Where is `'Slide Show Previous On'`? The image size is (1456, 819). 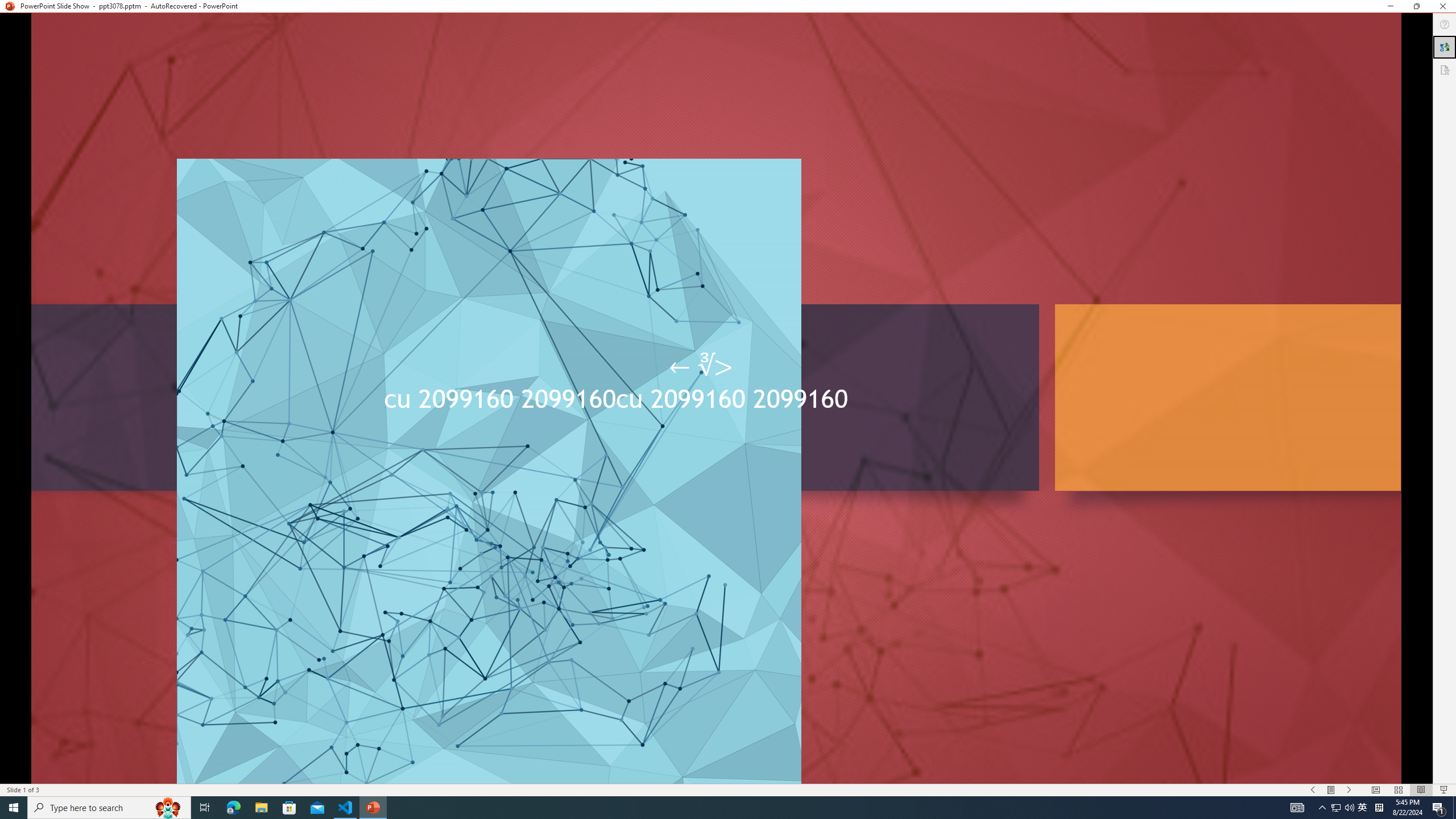
'Slide Show Previous On' is located at coordinates (1313, 790).